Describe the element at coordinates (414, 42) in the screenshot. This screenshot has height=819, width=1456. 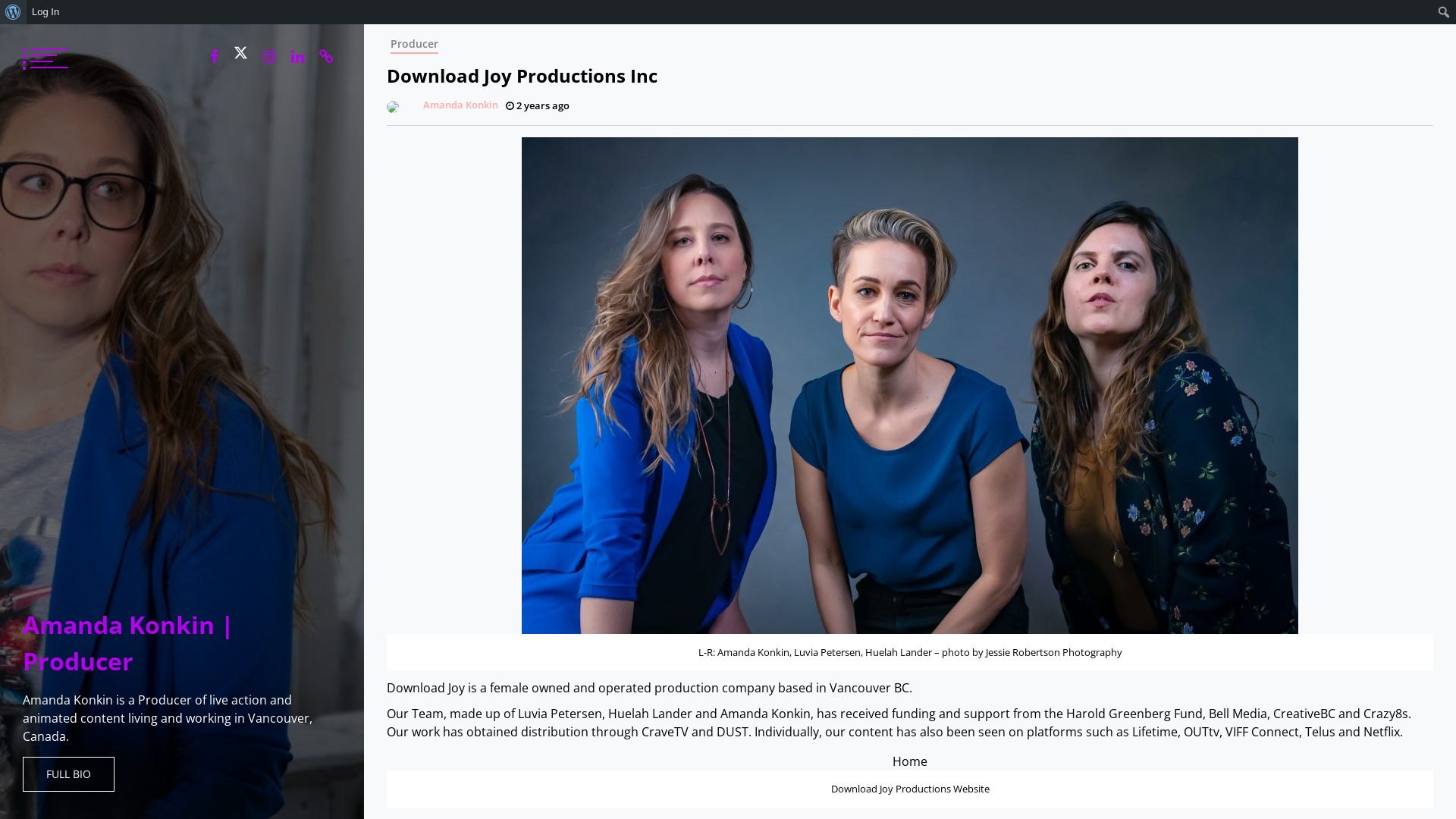
I see `'Producer'` at that location.